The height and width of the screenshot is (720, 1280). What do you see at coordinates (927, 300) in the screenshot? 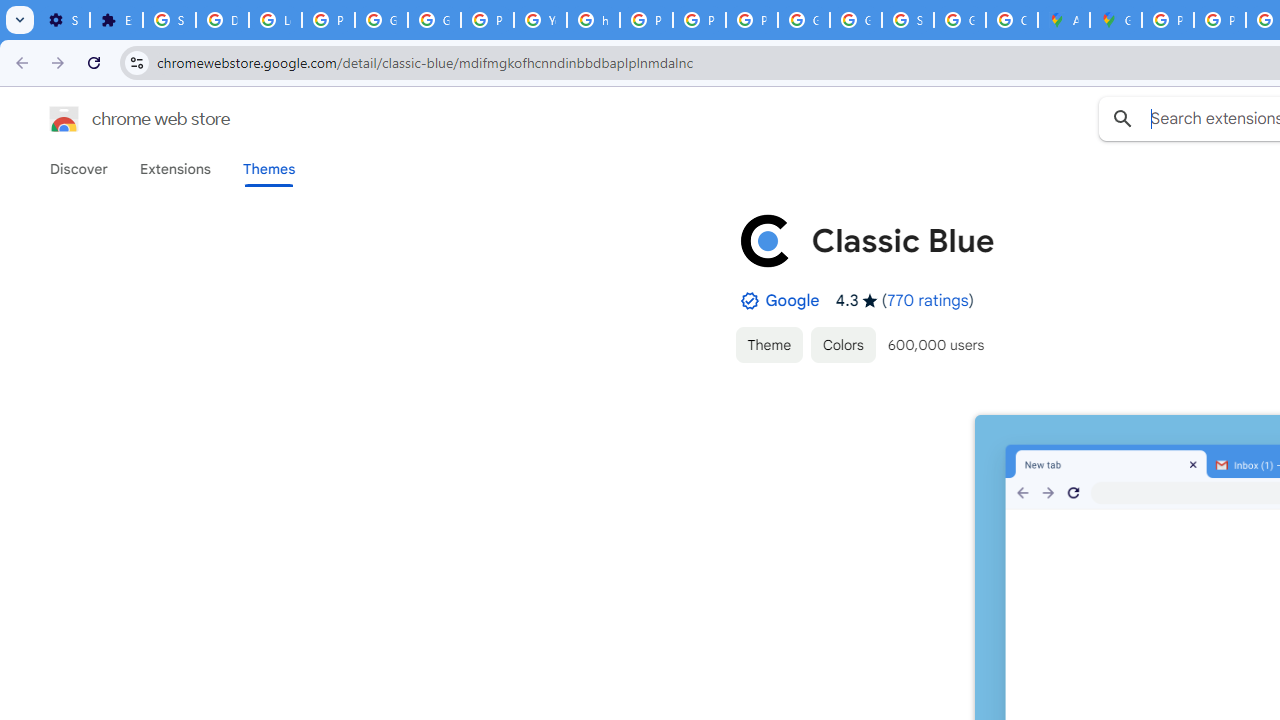
I see `'770 ratings'` at bounding box center [927, 300].